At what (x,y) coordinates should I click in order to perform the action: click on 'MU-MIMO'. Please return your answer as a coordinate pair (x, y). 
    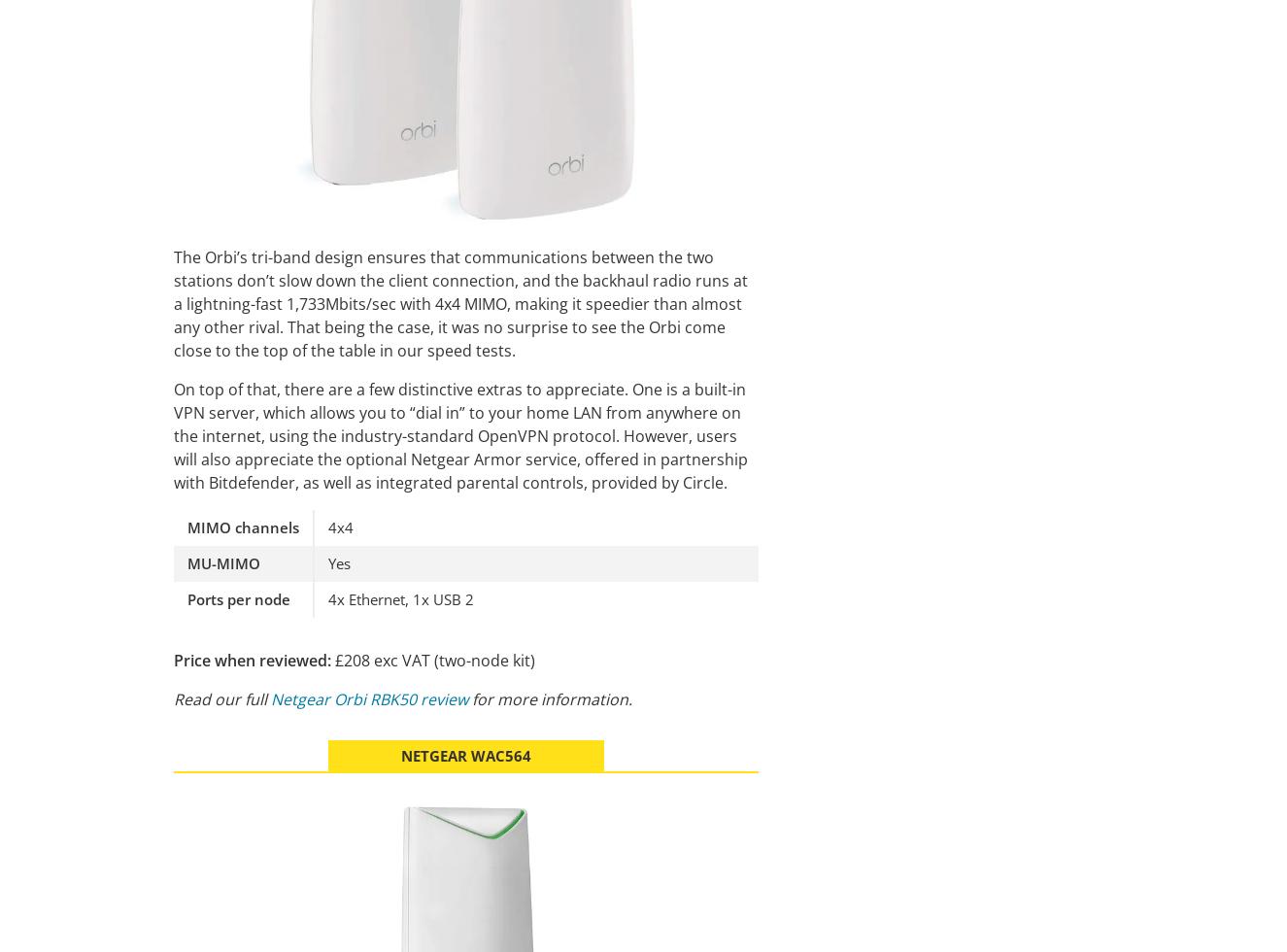
    Looking at the image, I should click on (223, 561).